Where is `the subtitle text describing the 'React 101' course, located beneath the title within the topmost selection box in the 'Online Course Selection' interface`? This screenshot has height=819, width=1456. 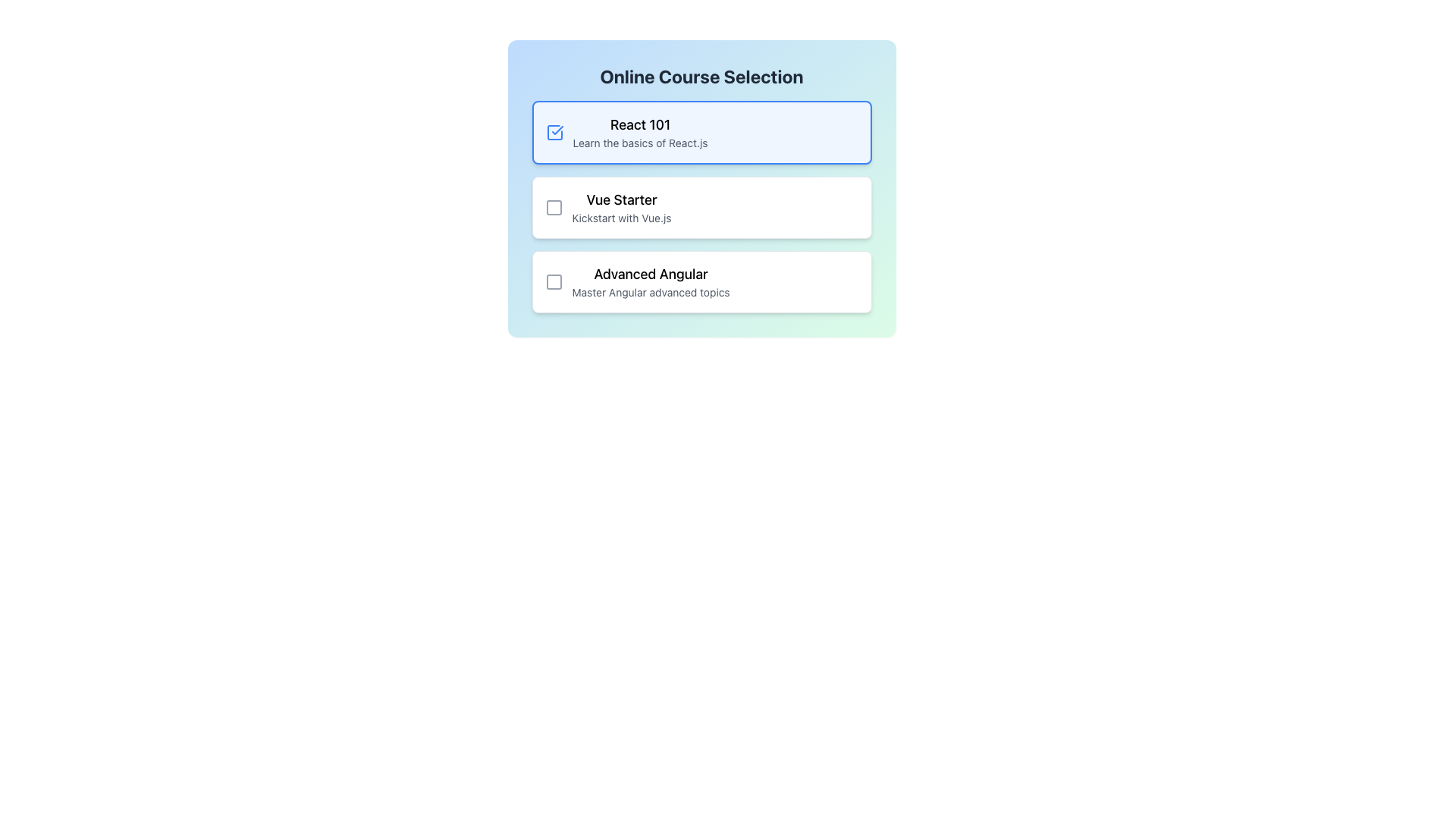 the subtitle text describing the 'React 101' course, located beneath the title within the topmost selection box in the 'Online Course Selection' interface is located at coordinates (640, 143).